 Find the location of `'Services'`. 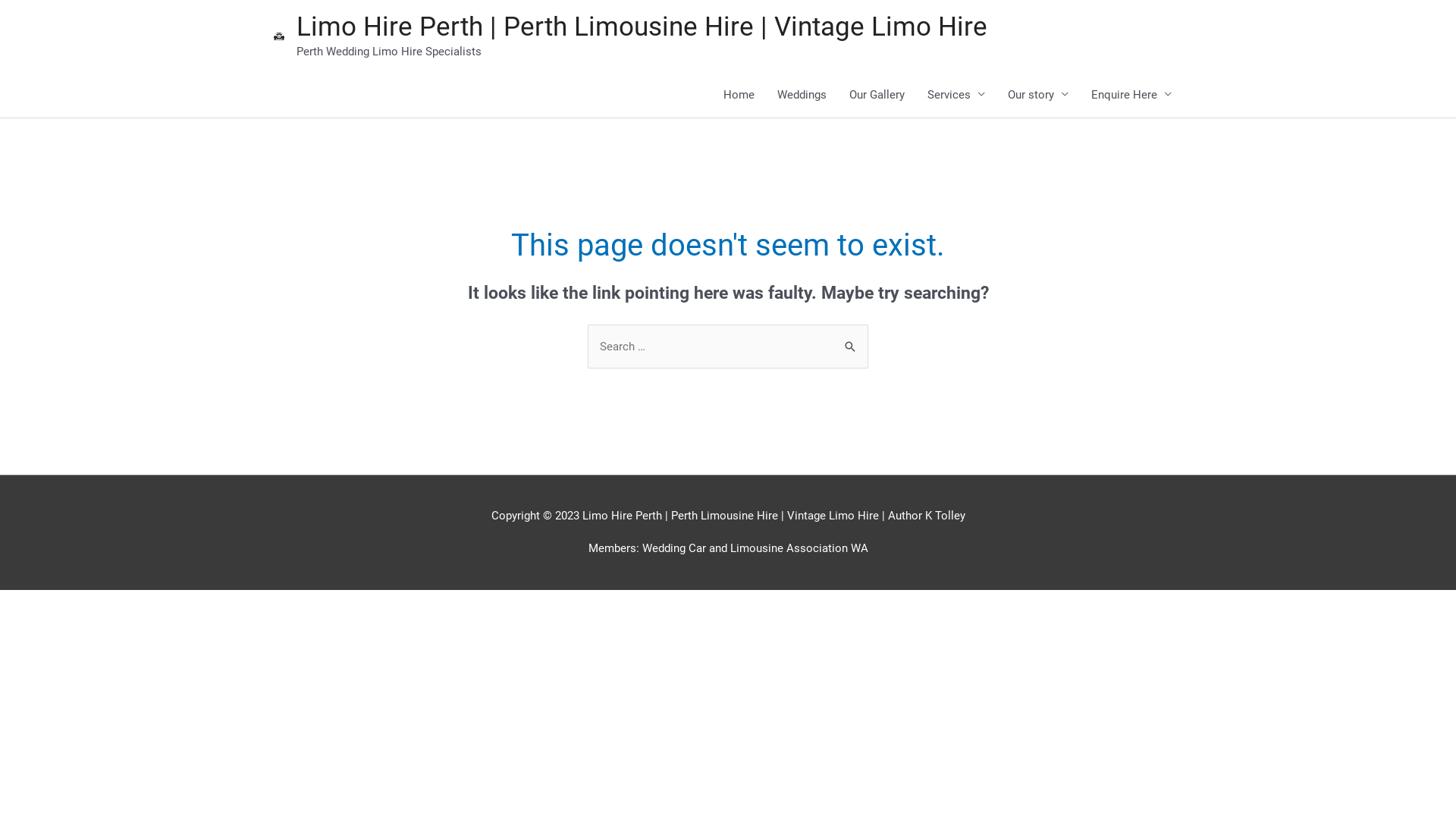

'Services' is located at coordinates (955, 93).